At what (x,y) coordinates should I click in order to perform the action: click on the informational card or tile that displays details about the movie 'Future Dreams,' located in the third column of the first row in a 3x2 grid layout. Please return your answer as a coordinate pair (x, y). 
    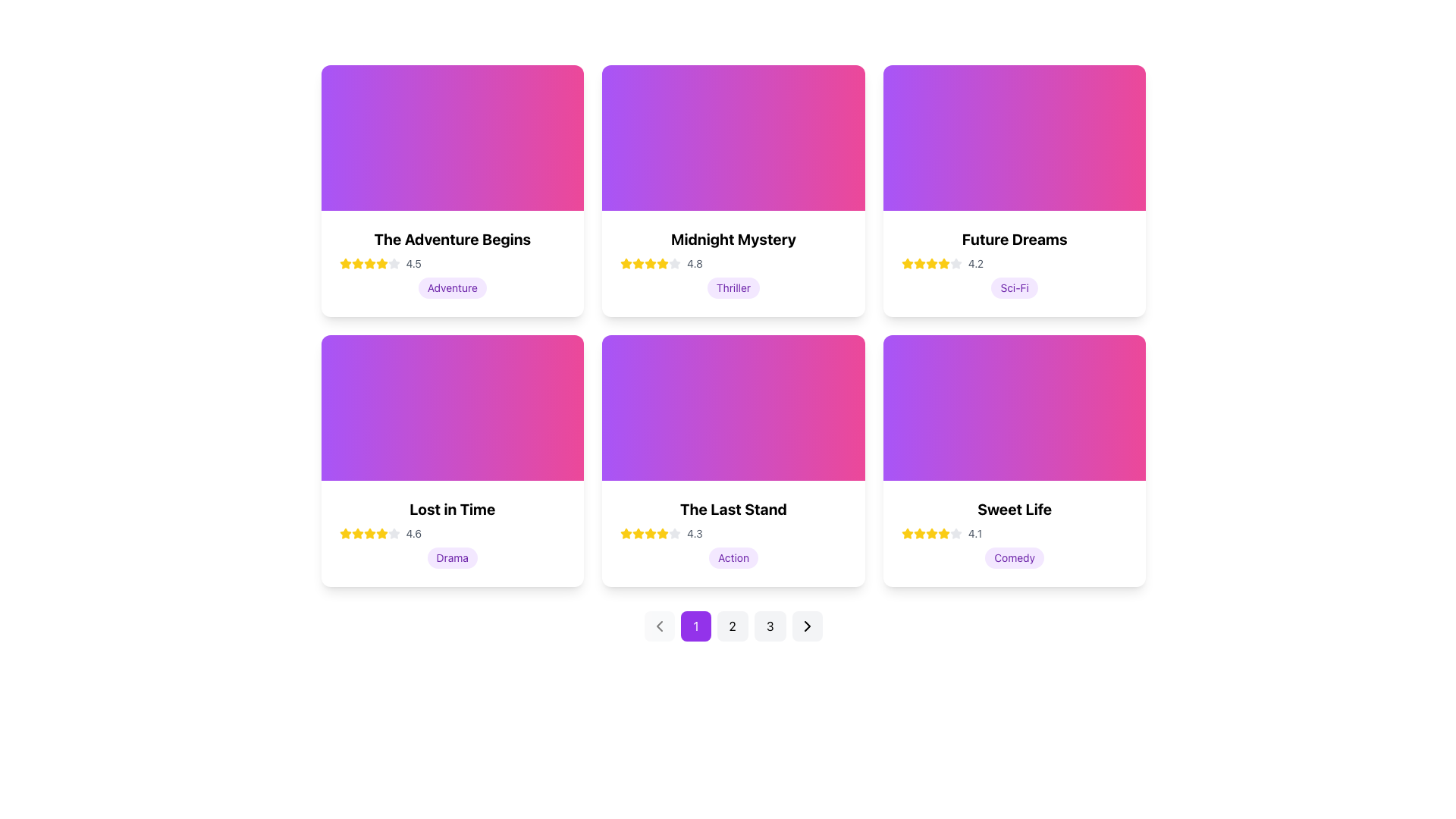
    Looking at the image, I should click on (1015, 262).